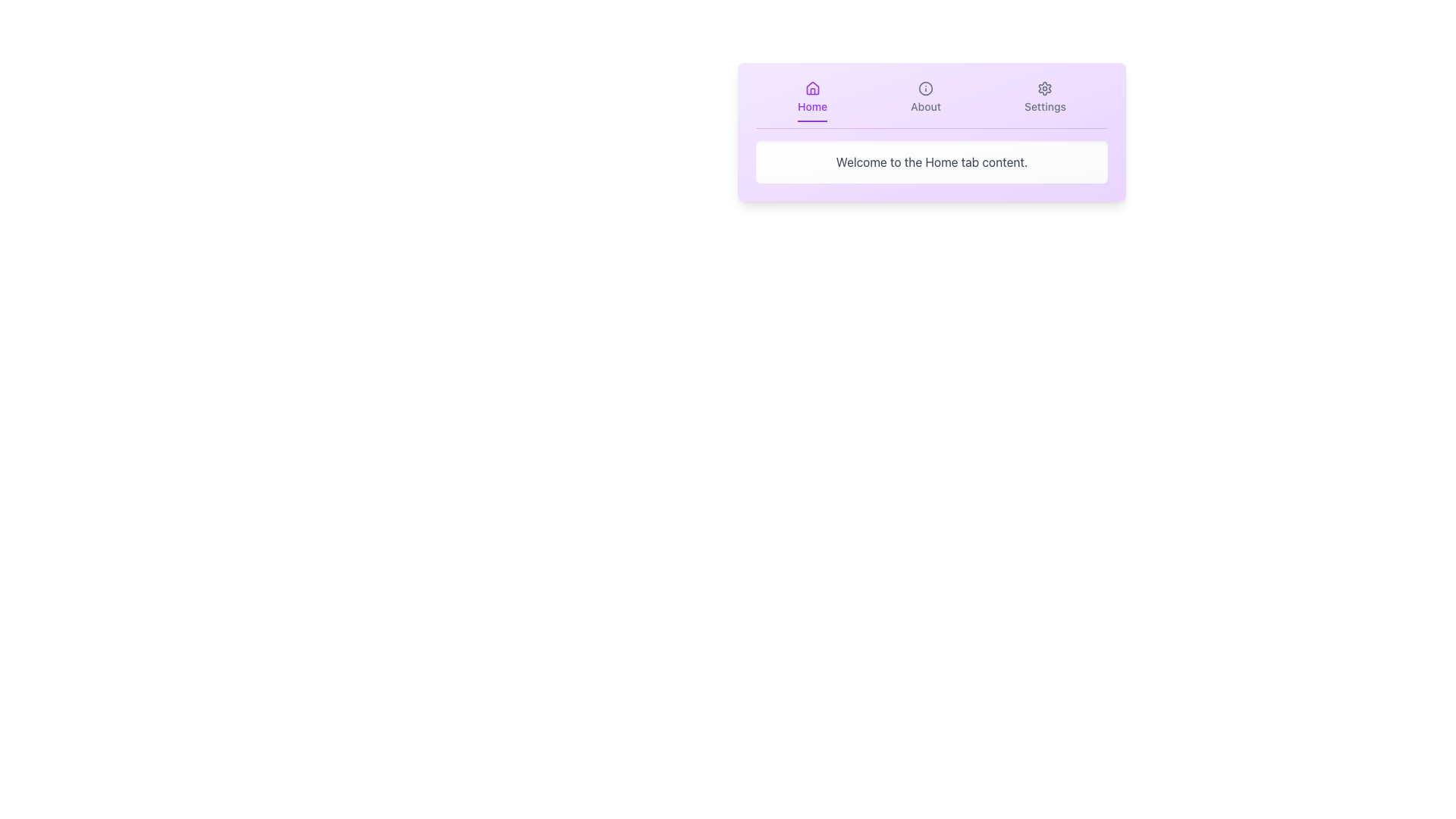  Describe the element at coordinates (811, 102) in the screenshot. I see `the 'Home' navigation tab, which is a stylized button with a purple color scheme and a house icon, to apply the hover effect` at that location.